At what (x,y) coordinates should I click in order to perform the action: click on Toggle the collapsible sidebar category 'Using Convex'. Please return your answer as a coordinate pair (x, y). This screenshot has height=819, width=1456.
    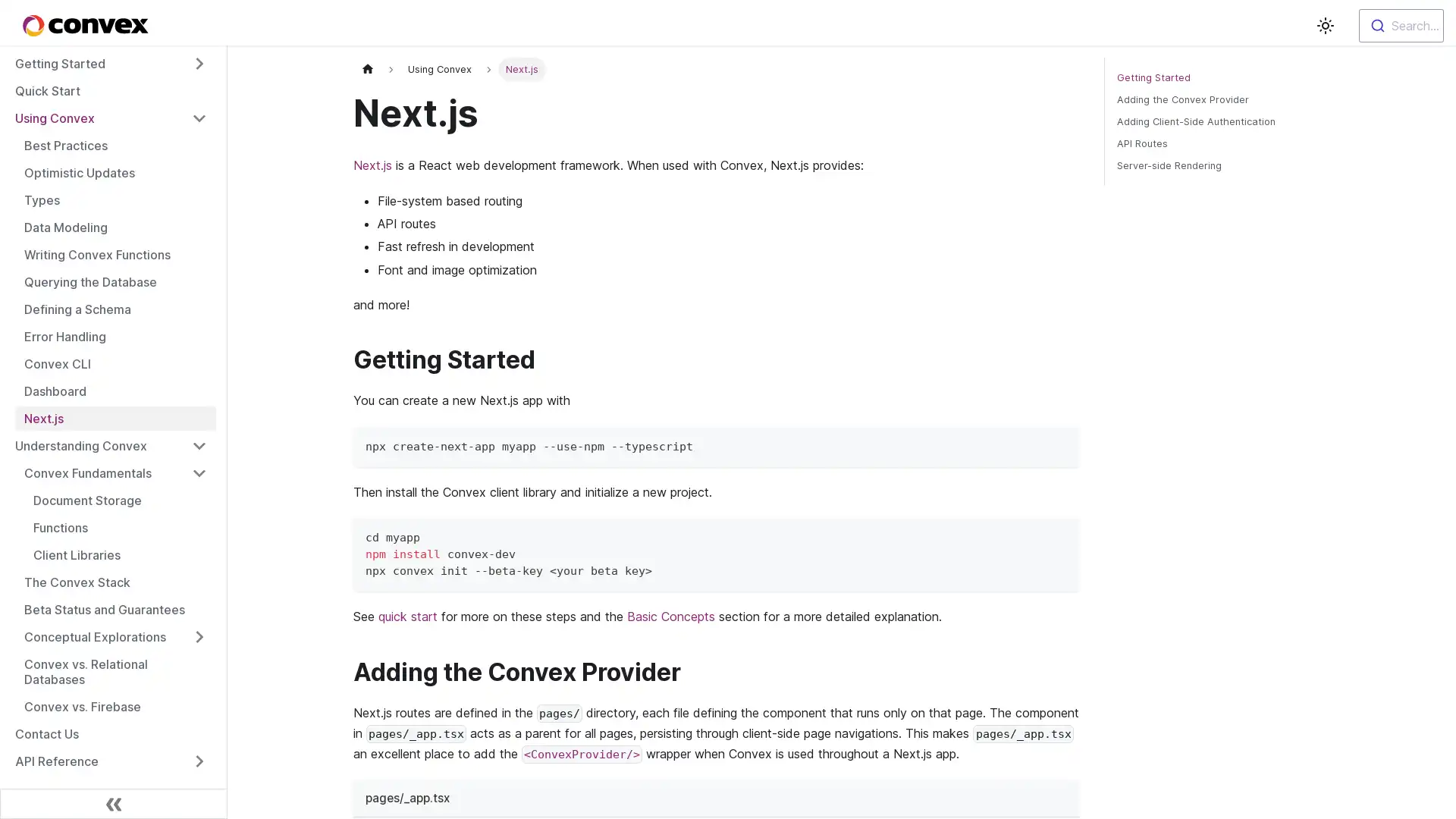
    Looking at the image, I should click on (199, 117).